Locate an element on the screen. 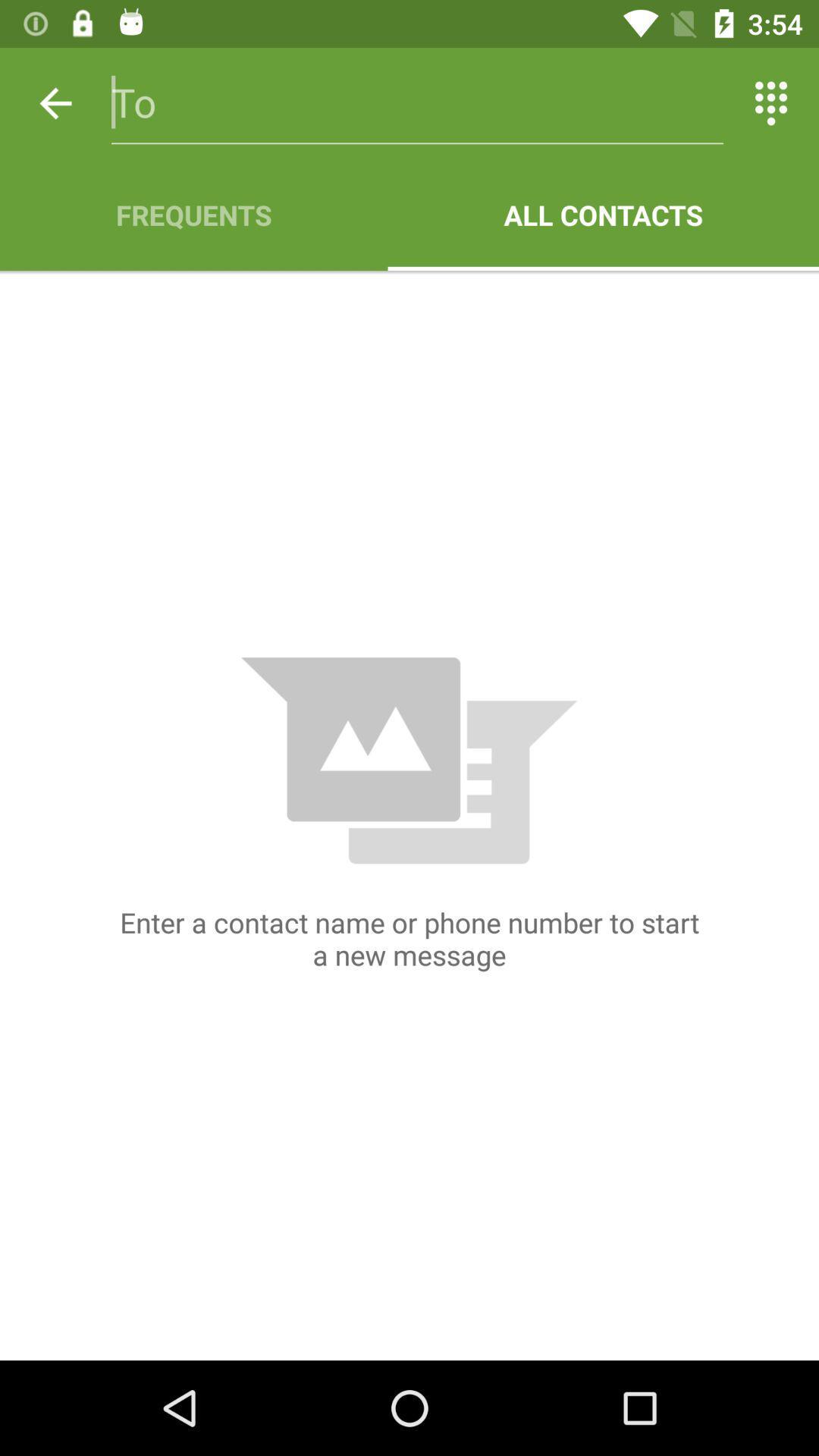 The height and width of the screenshot is (1456, 819). item next to all contacts app is located at coordinates (193, 214).